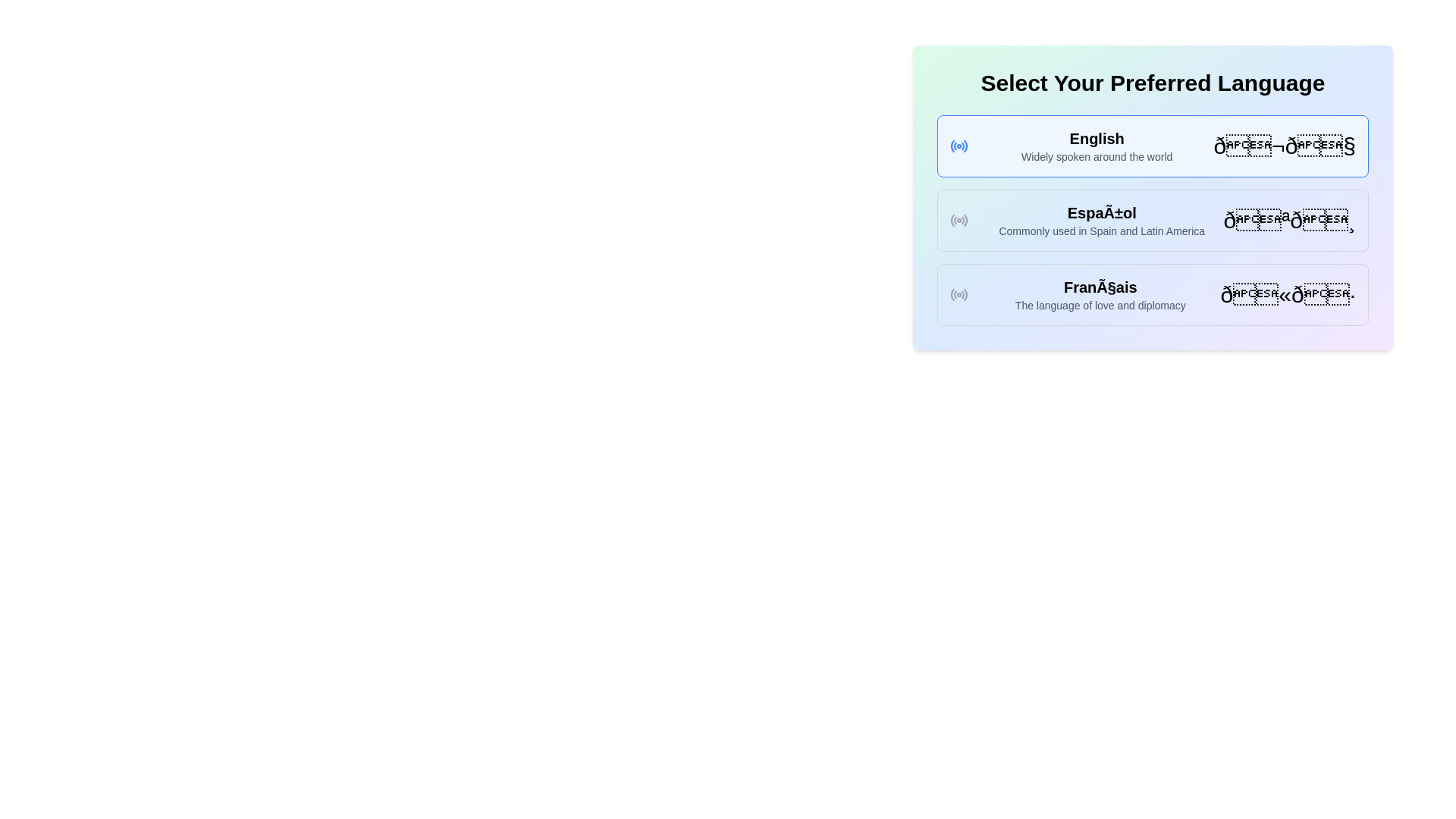  What do you see at coordinates (1097, 157) in the screenshot?
I see `the static text displaying 'Widely spoken around the world', which is positioned below the text 'English' within the language options card` at bounding box center [1097, 157].